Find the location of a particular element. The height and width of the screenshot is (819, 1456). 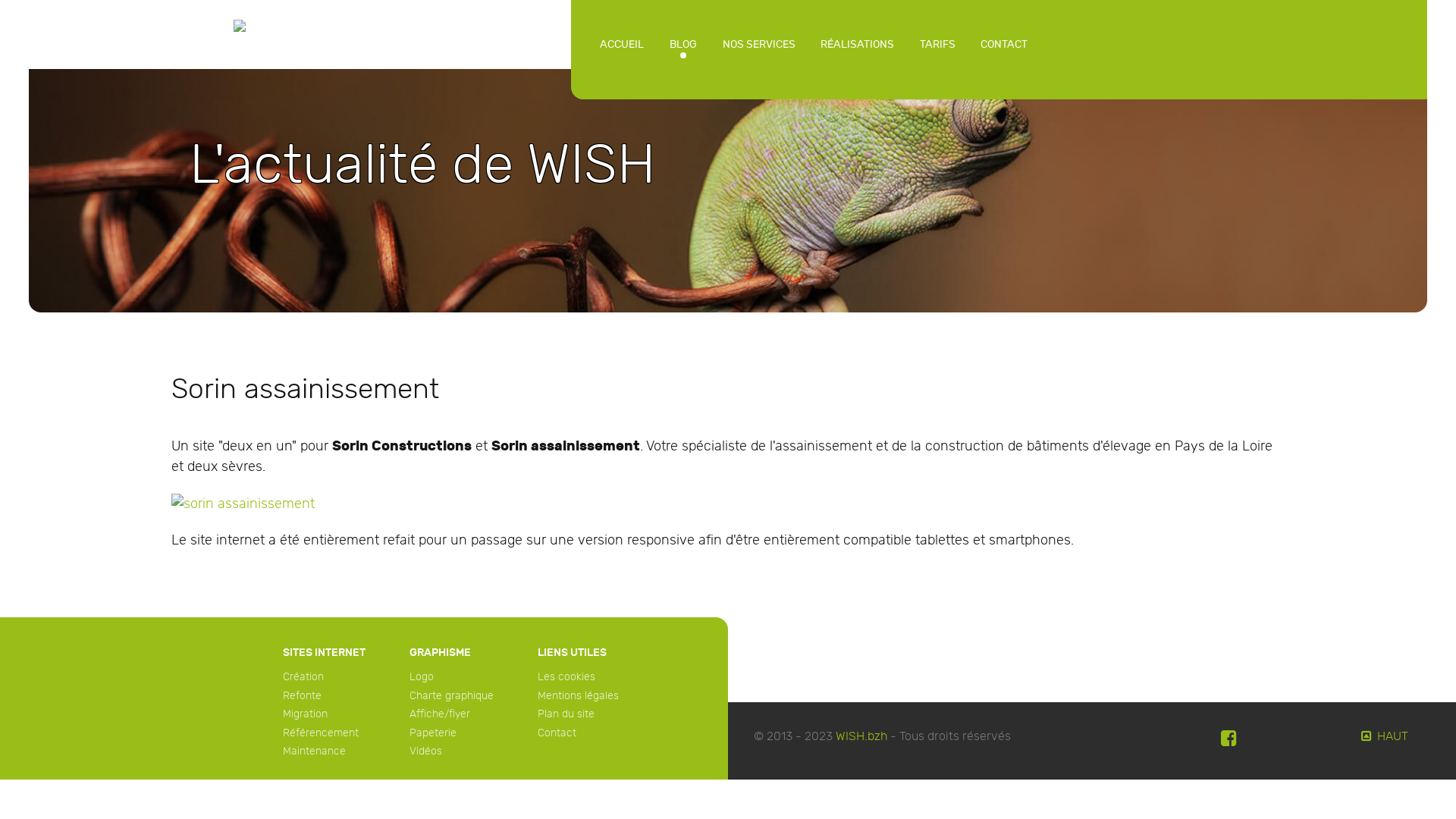

'ACCUEIL' is located at coordinates (622, 43).